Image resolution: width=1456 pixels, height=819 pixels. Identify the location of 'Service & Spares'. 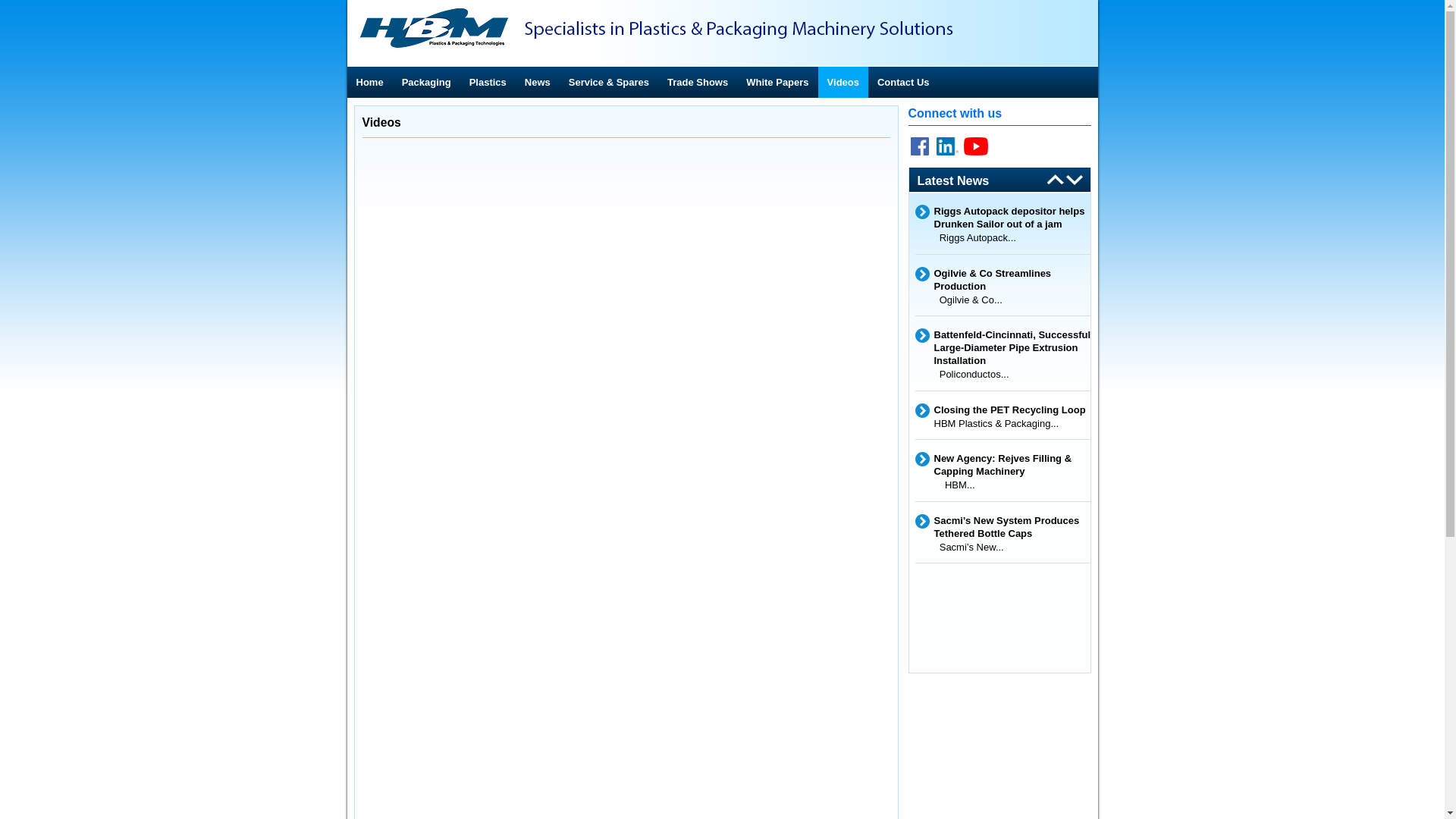
(608, 82).